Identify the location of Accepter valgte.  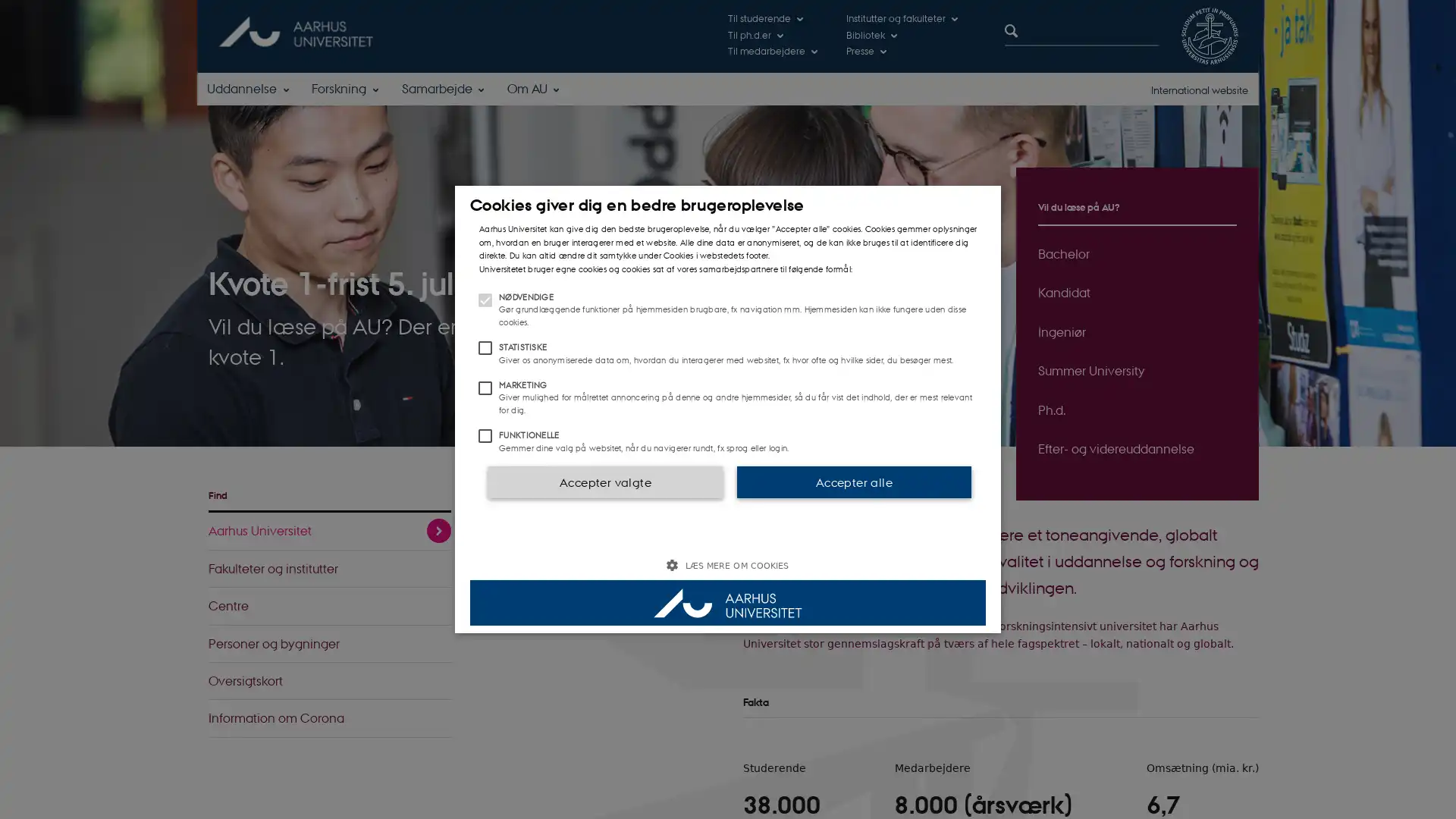
(604, 482).